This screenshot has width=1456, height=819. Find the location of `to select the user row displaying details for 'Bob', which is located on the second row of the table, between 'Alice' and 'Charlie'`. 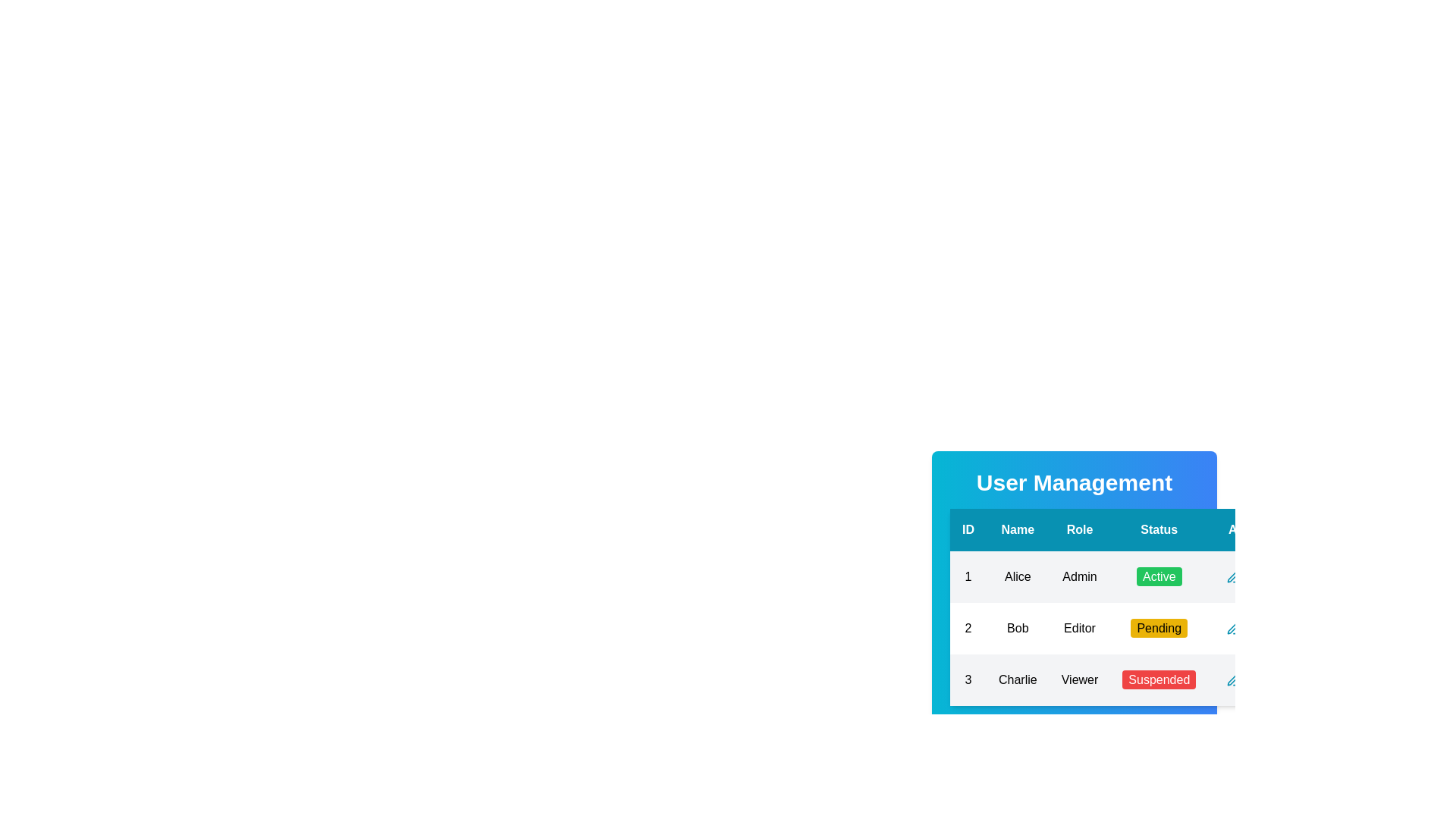

to select the user row displaying details for 'Bob', which is located on the second row of the table, between 'Alice' and 'Charlie' is located at coordinates (1121, 629).